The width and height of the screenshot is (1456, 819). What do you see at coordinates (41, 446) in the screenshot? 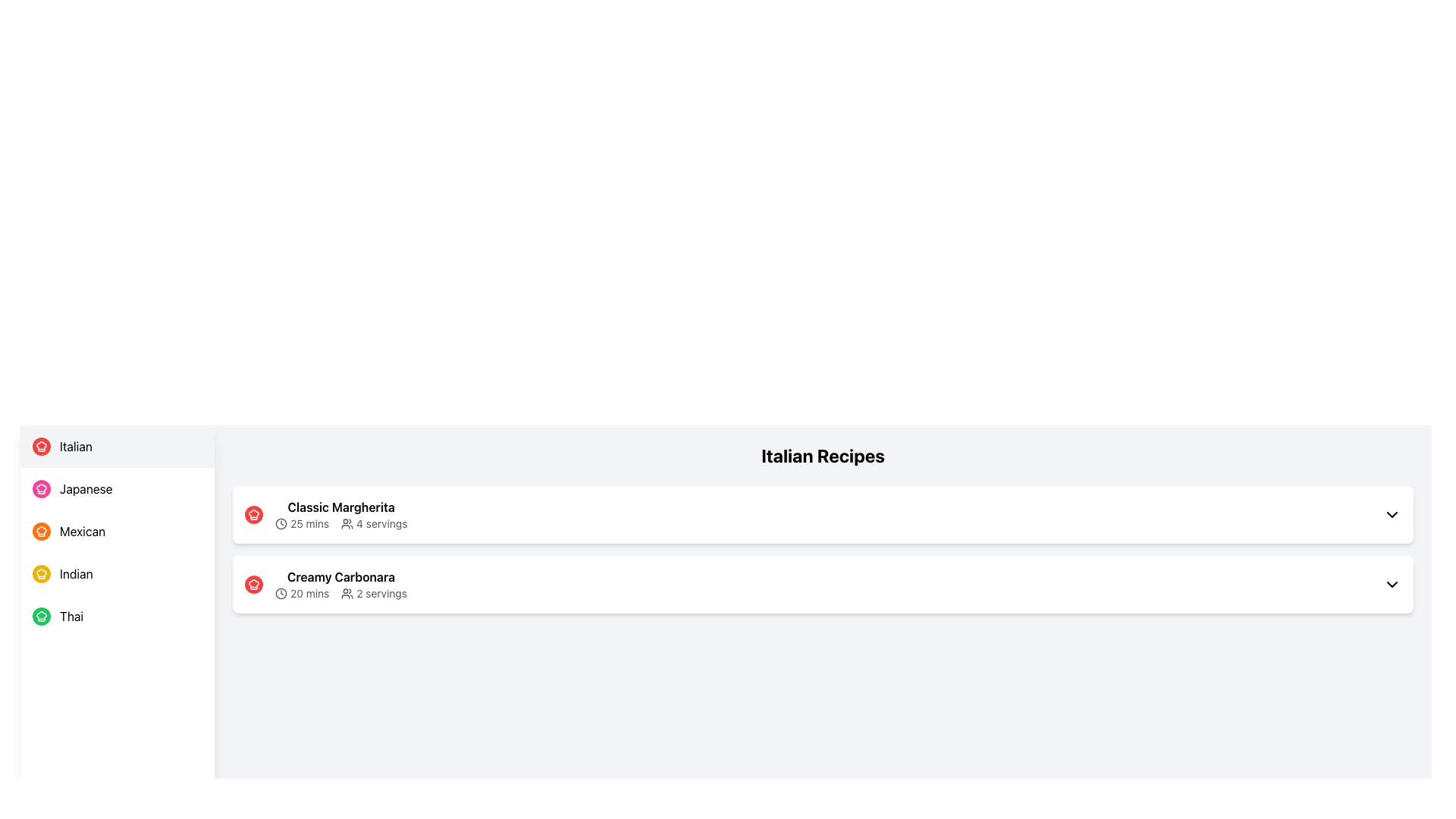
I see `the 'Italian' category icon located in the sidebar menu` at bounding box center [41, 446].